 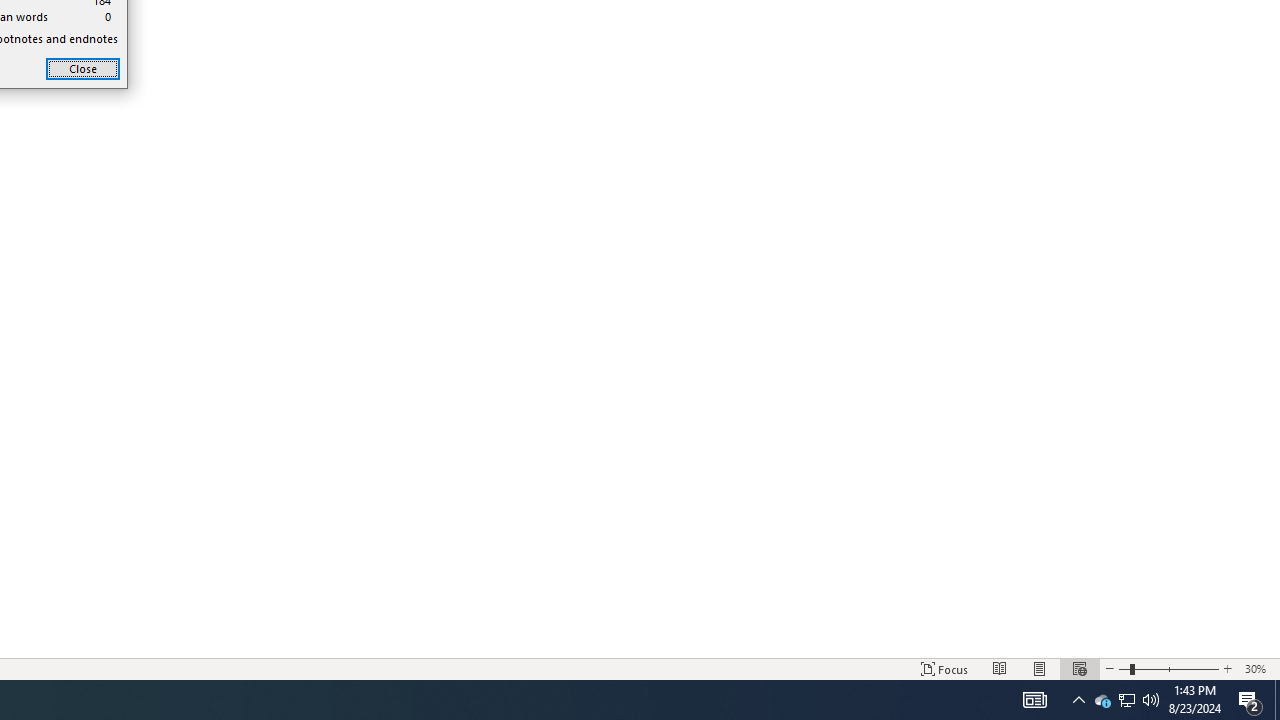 I want to click on 'Print Layout', so click(x=1040, y=669).